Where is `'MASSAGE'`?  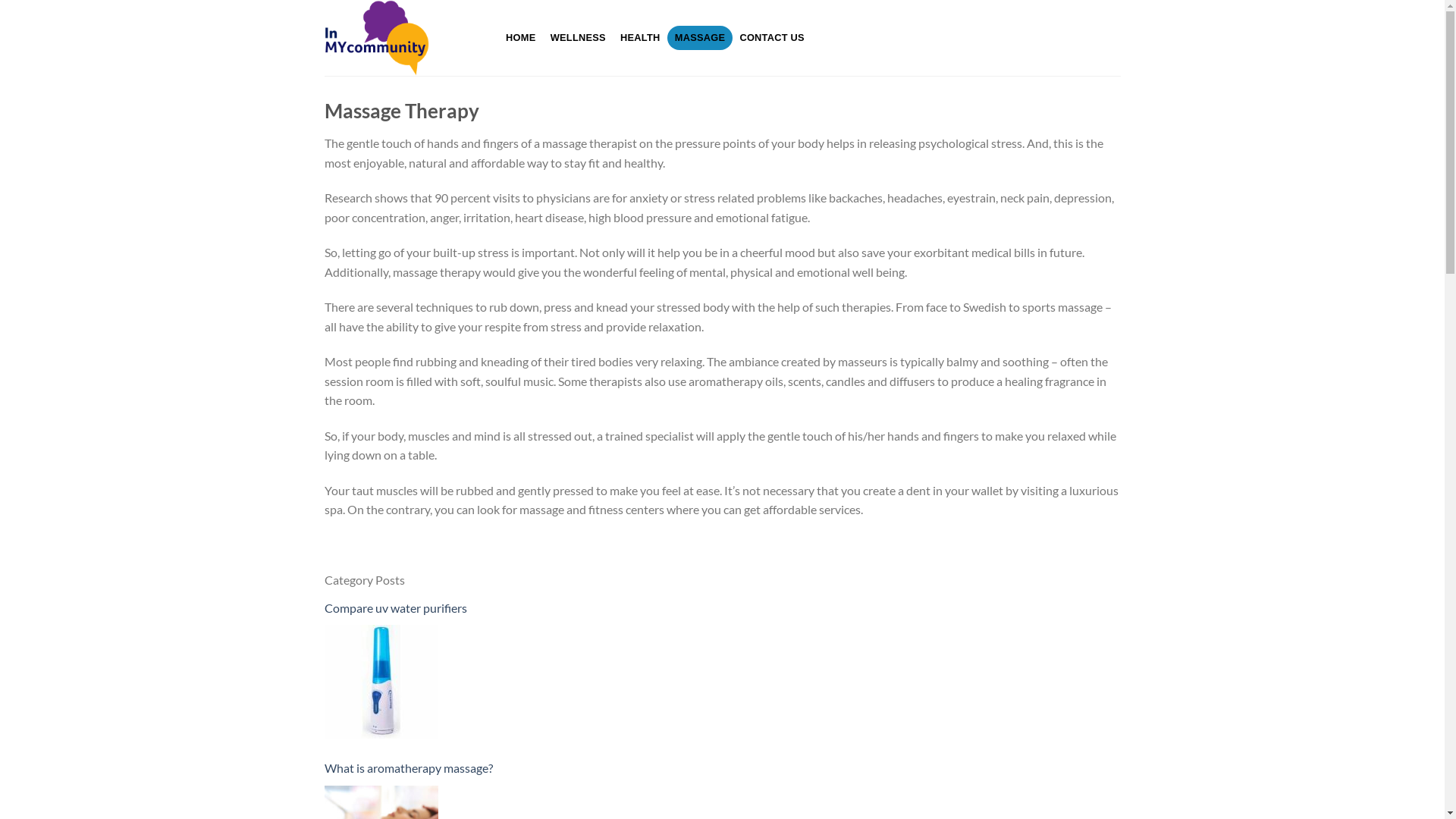
'MASSAGE' is located at coordinates (667, 37).